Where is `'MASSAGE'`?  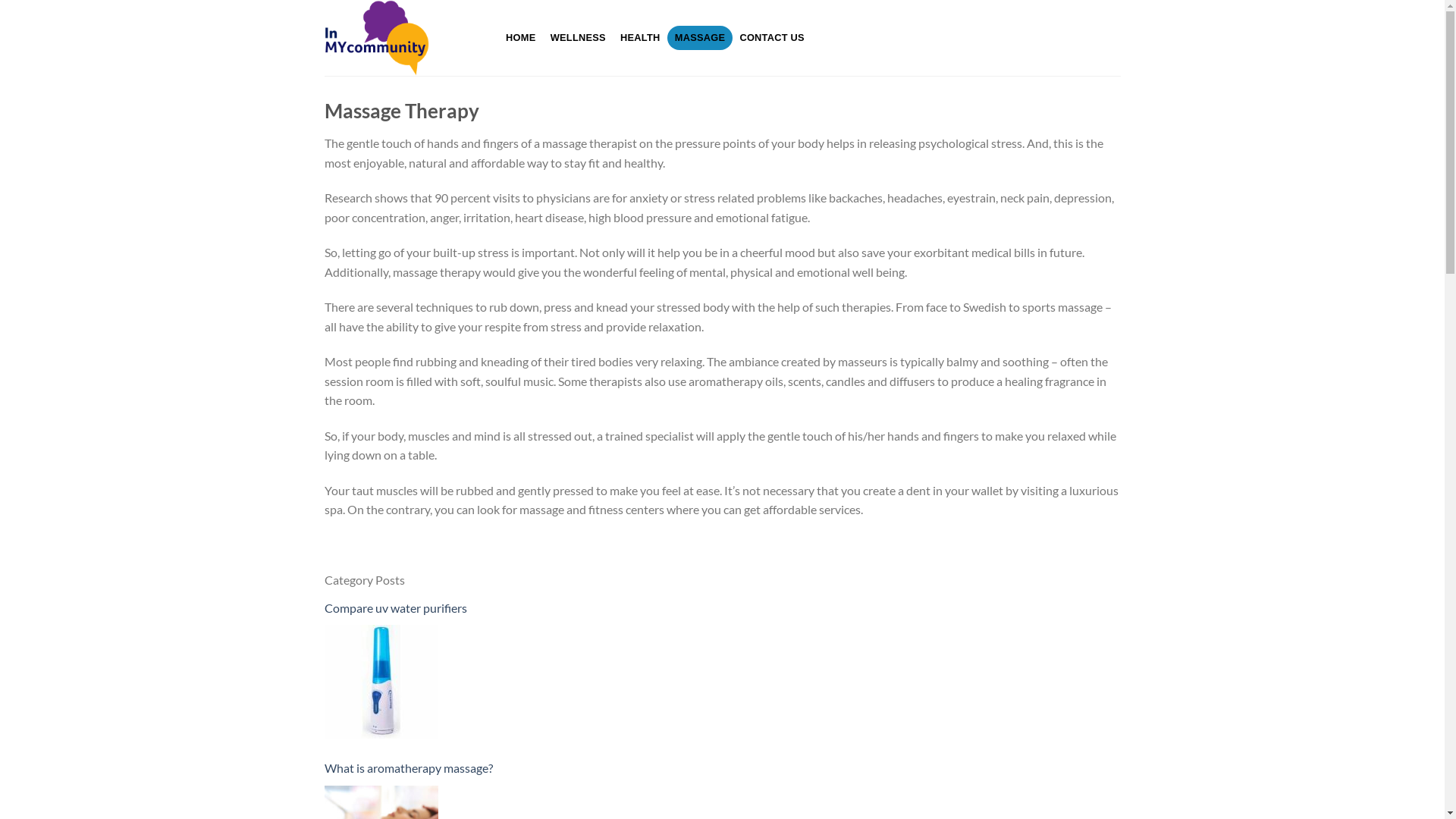
'MASSAGE' is located at coordinates (667, 37).